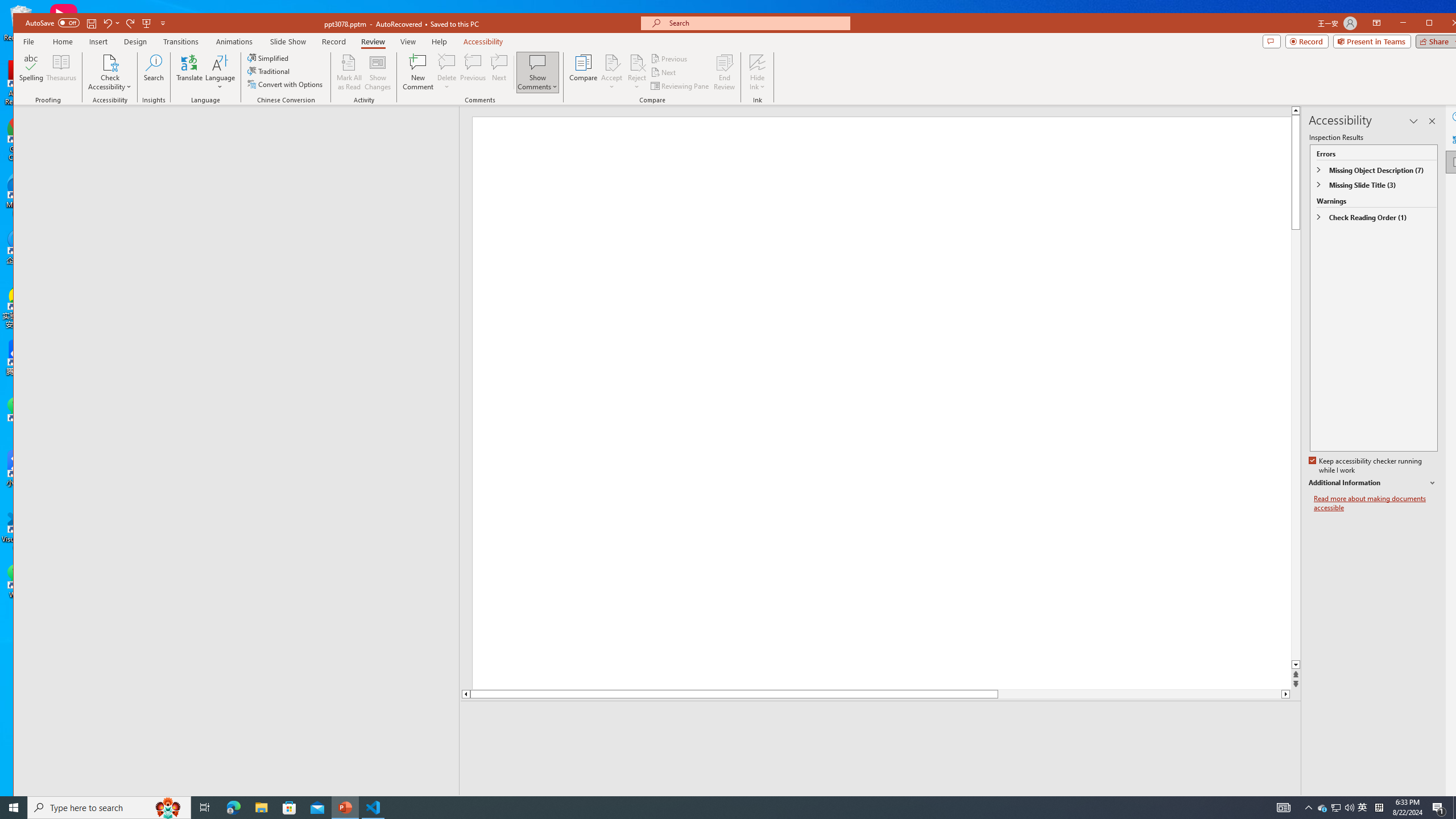  Describe the element at coordinates (612, 61) in the screenshot. I see `'Accept Change'` at that location.